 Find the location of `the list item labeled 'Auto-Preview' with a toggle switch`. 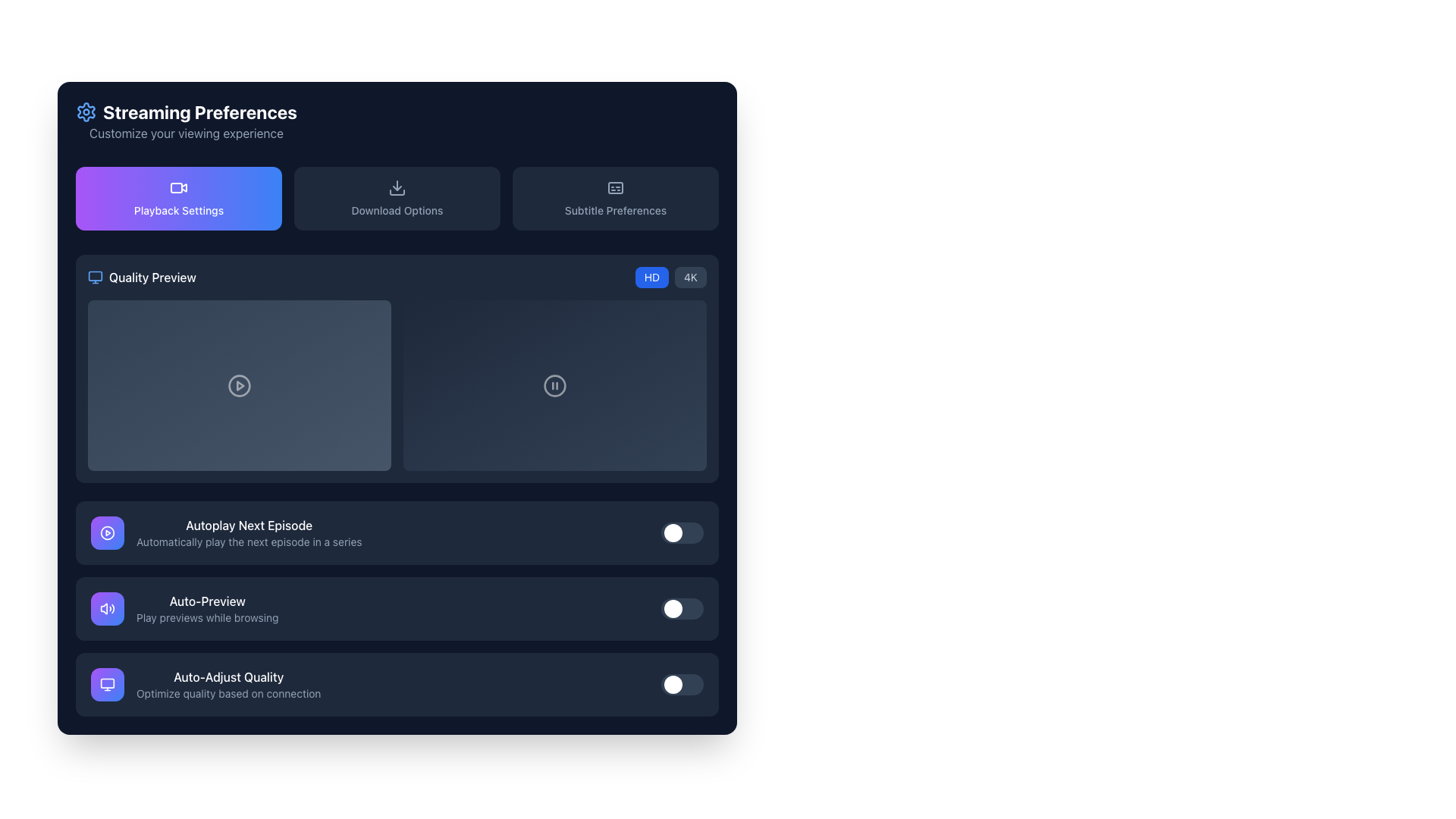

the list item labeled 'Auto-Preview' with a toggle switch is located at coordinates (397, 607).